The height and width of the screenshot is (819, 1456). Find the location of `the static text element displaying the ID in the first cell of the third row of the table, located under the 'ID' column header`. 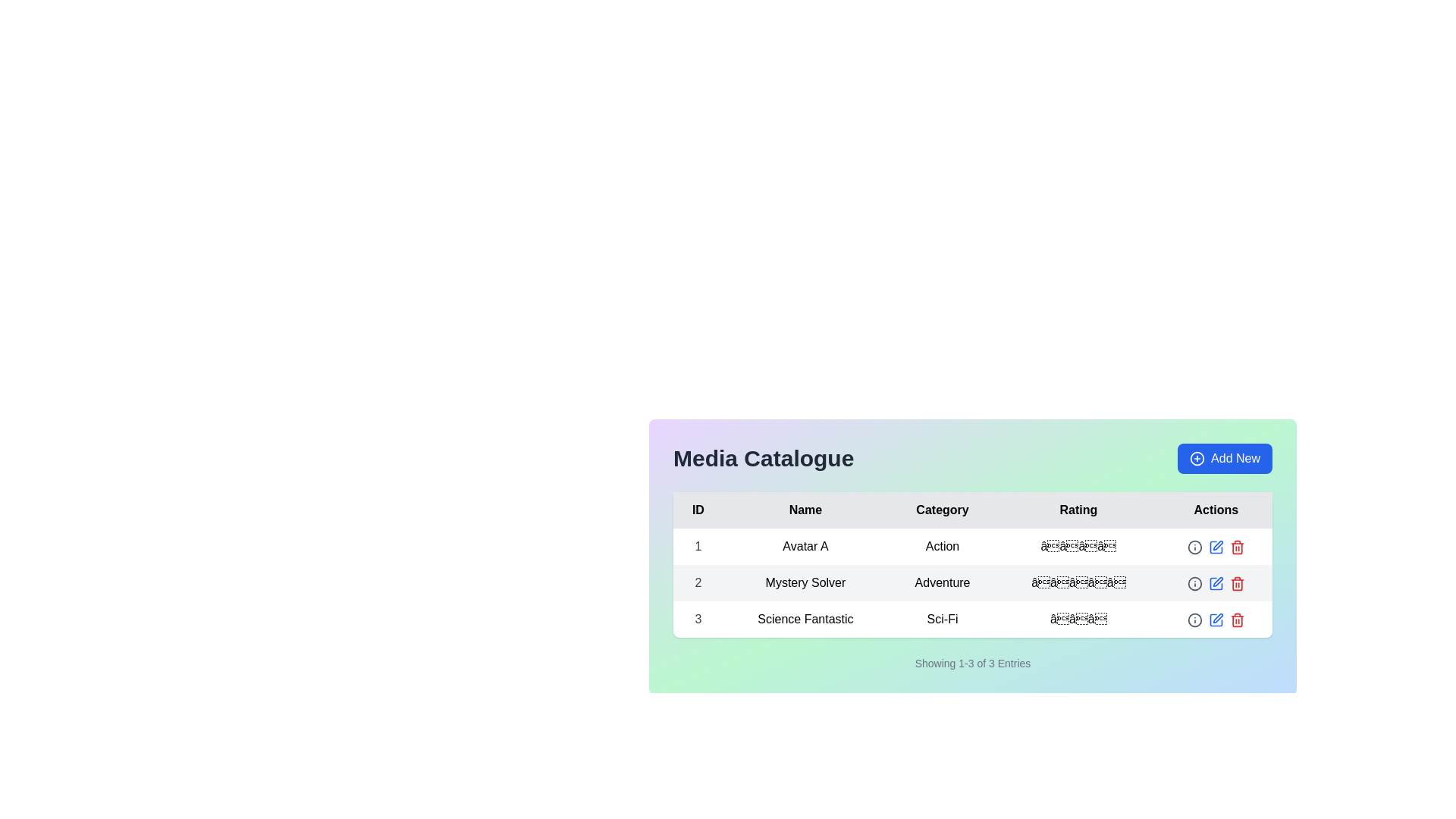

the static text element displaying the ID in the first cell of the third row of the table, located under the 'ID' column header is located at coordinates (698, 620).